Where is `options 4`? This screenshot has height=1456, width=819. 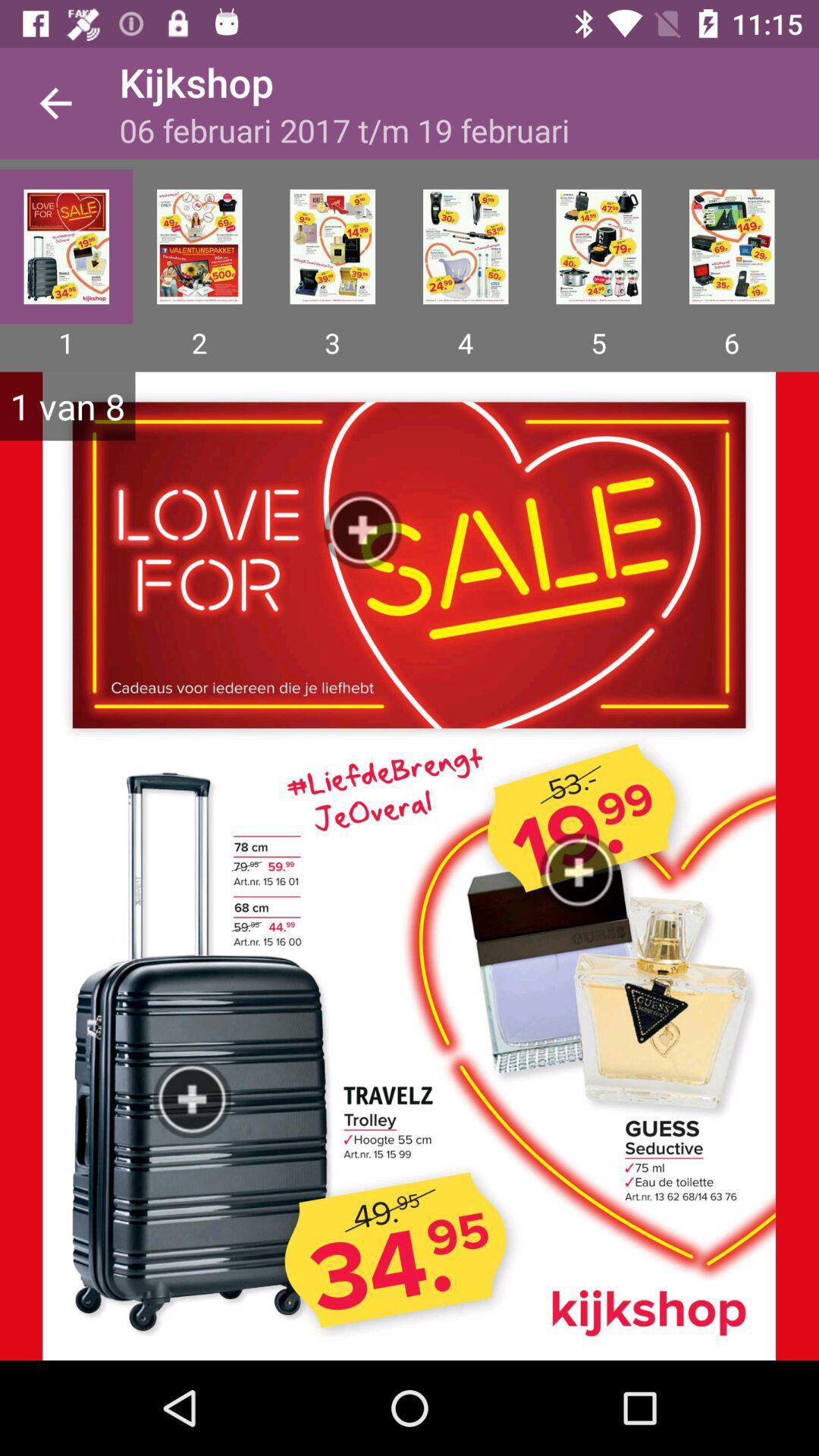 options 4 is located at coordinates (465, 246).